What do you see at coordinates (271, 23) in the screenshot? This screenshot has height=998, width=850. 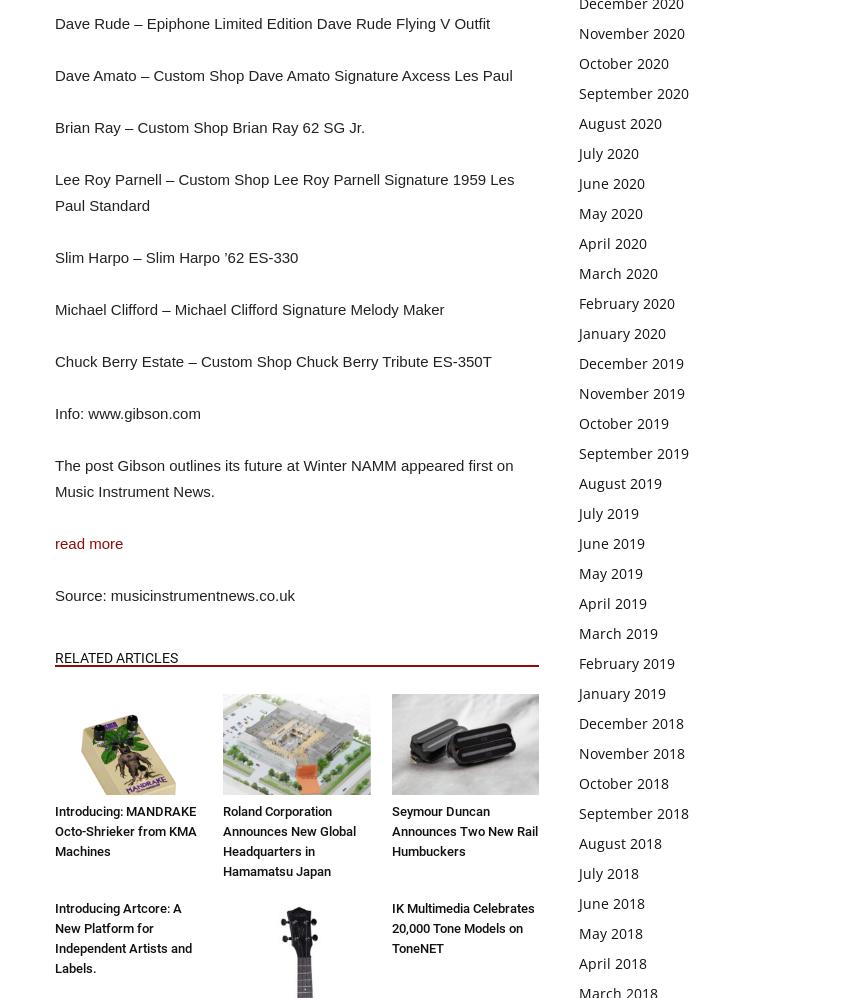 I see `'Dave Rude – Epiphone Limited Edition Dave Rude Flying V Outfit'` at bounding box center [271, 23].